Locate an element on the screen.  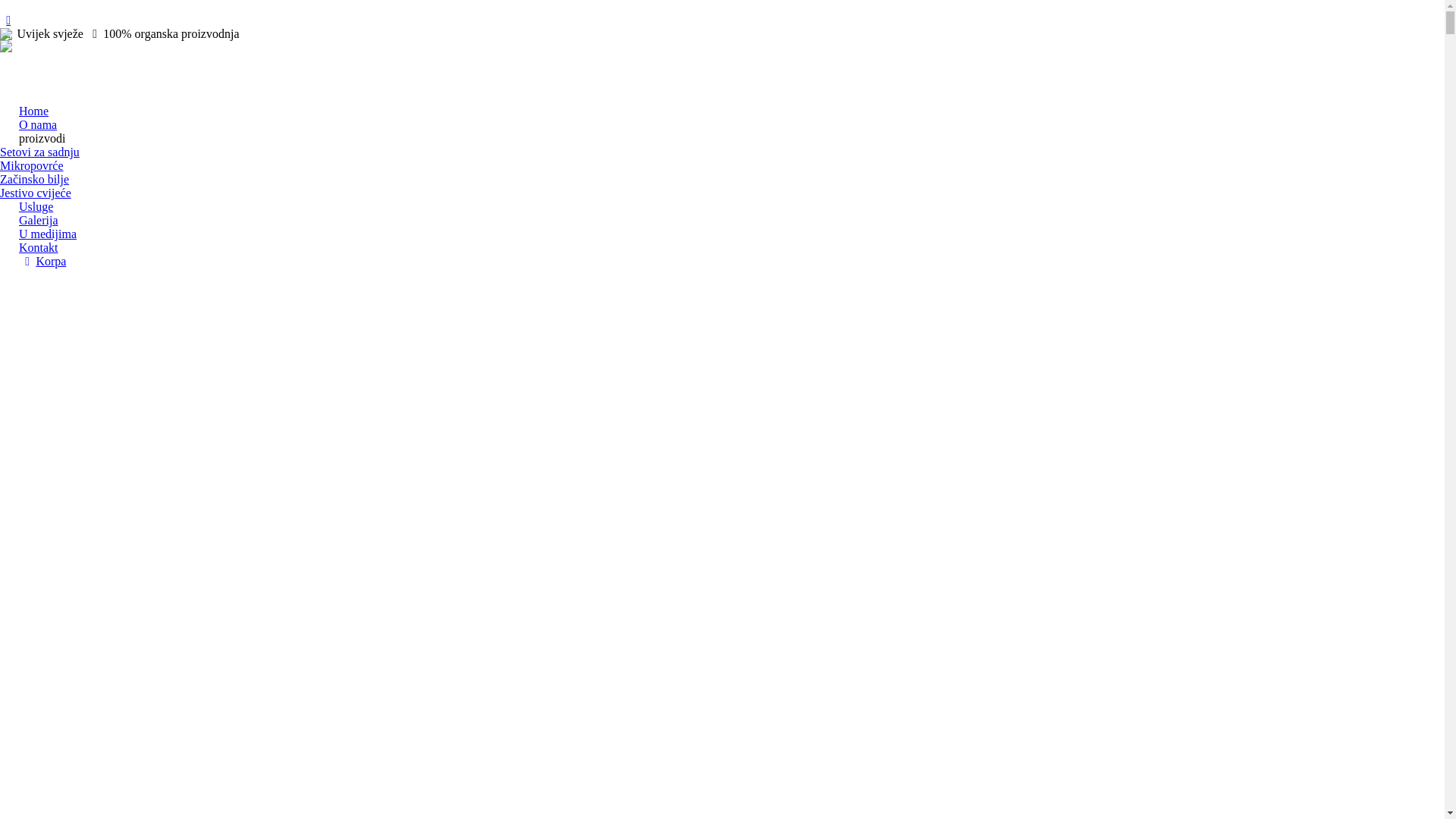
'Home' is located at coordinates (33, 110).